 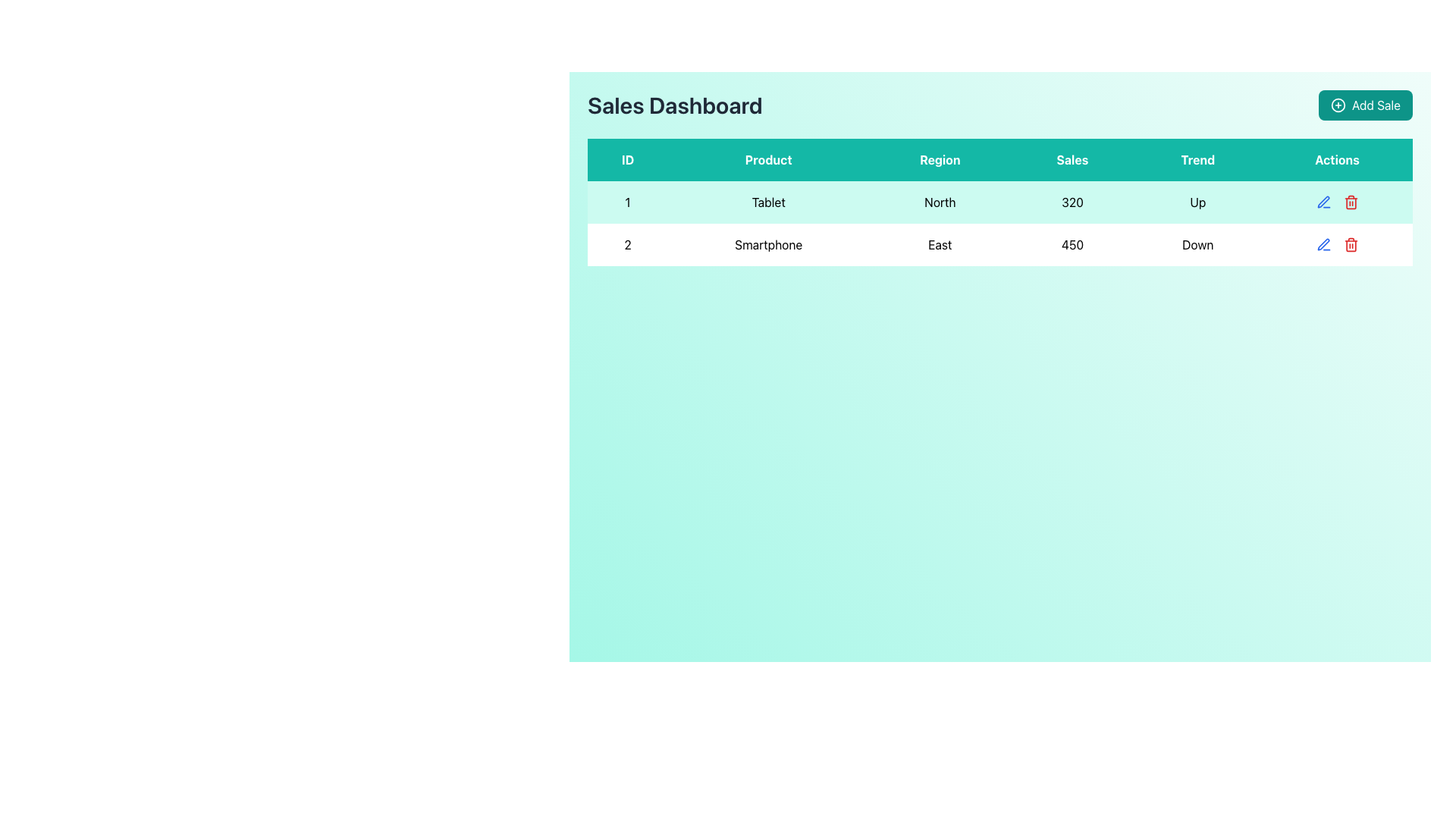 What do you see at coordinates (1000, 244) in the screenshot?
I see `the second row of the table that contains the ID '2', Product 'Smartphone', Region 'East', Sales '450', Trend 'Down', and action icons (pen and trash bin)` at bounding box center [1000, 244].